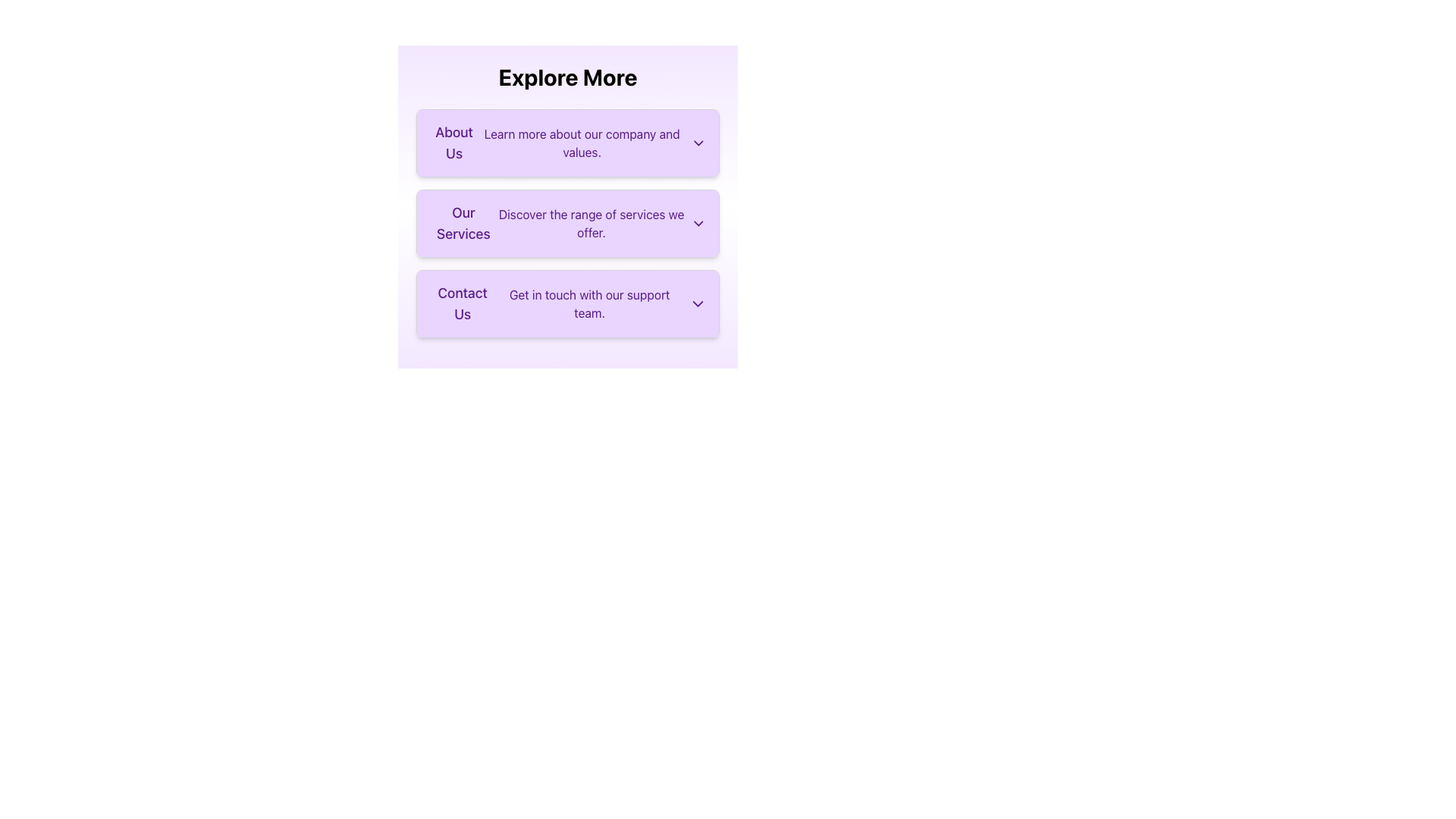 This screenshot has height=819, width=1456. What do you see at coordinates (566, 223) in the screenshot?
I see `the second clickable card in the 'Explore More' section, which links to the range of services offered by the application` at bounding box center [566, 223].